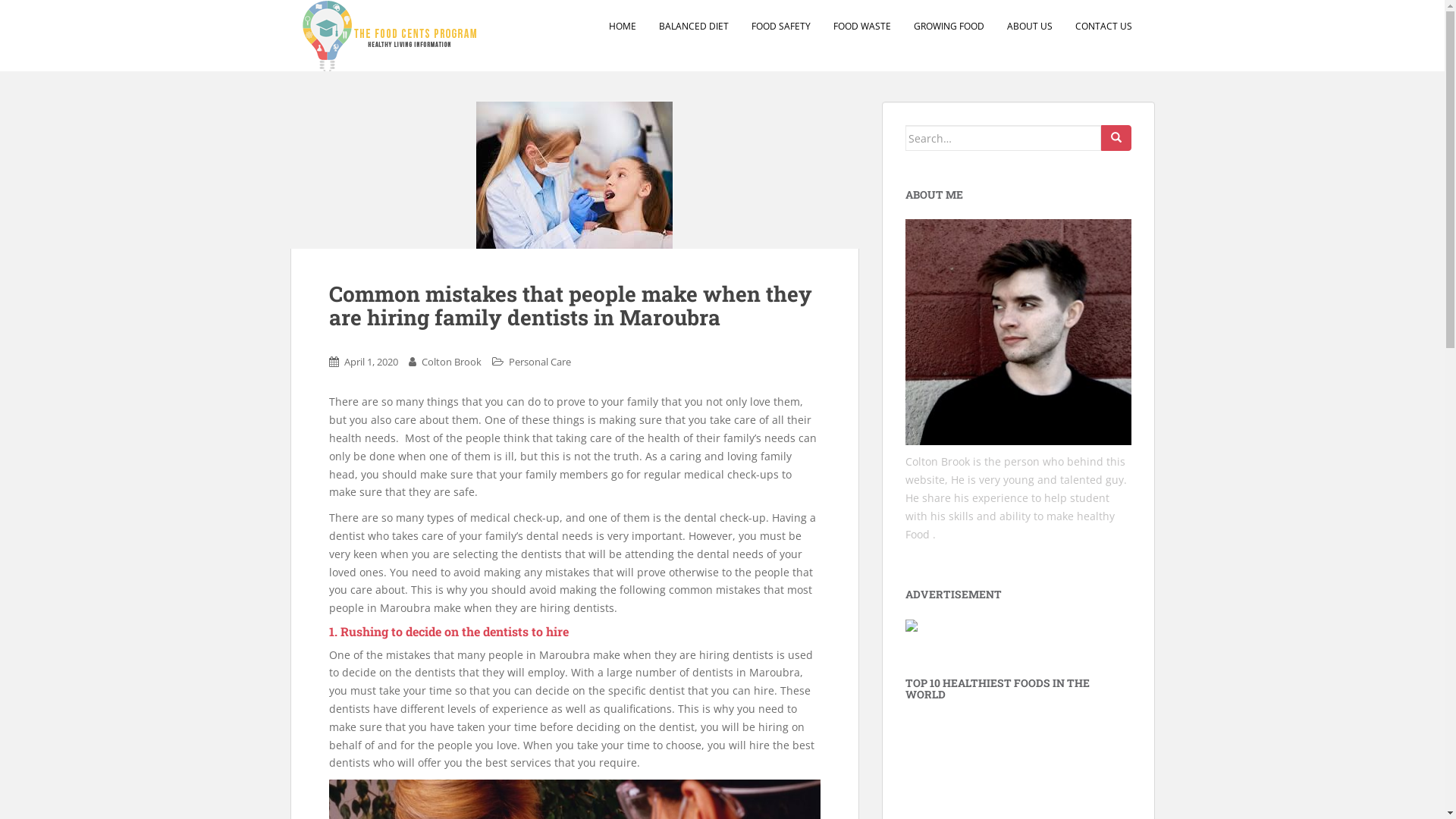 The height and width of the screenshot is (819, 1456). Describe the element at coordinates (1103, 26) in the screenshot. I see `'CONTACT US'` at that location.